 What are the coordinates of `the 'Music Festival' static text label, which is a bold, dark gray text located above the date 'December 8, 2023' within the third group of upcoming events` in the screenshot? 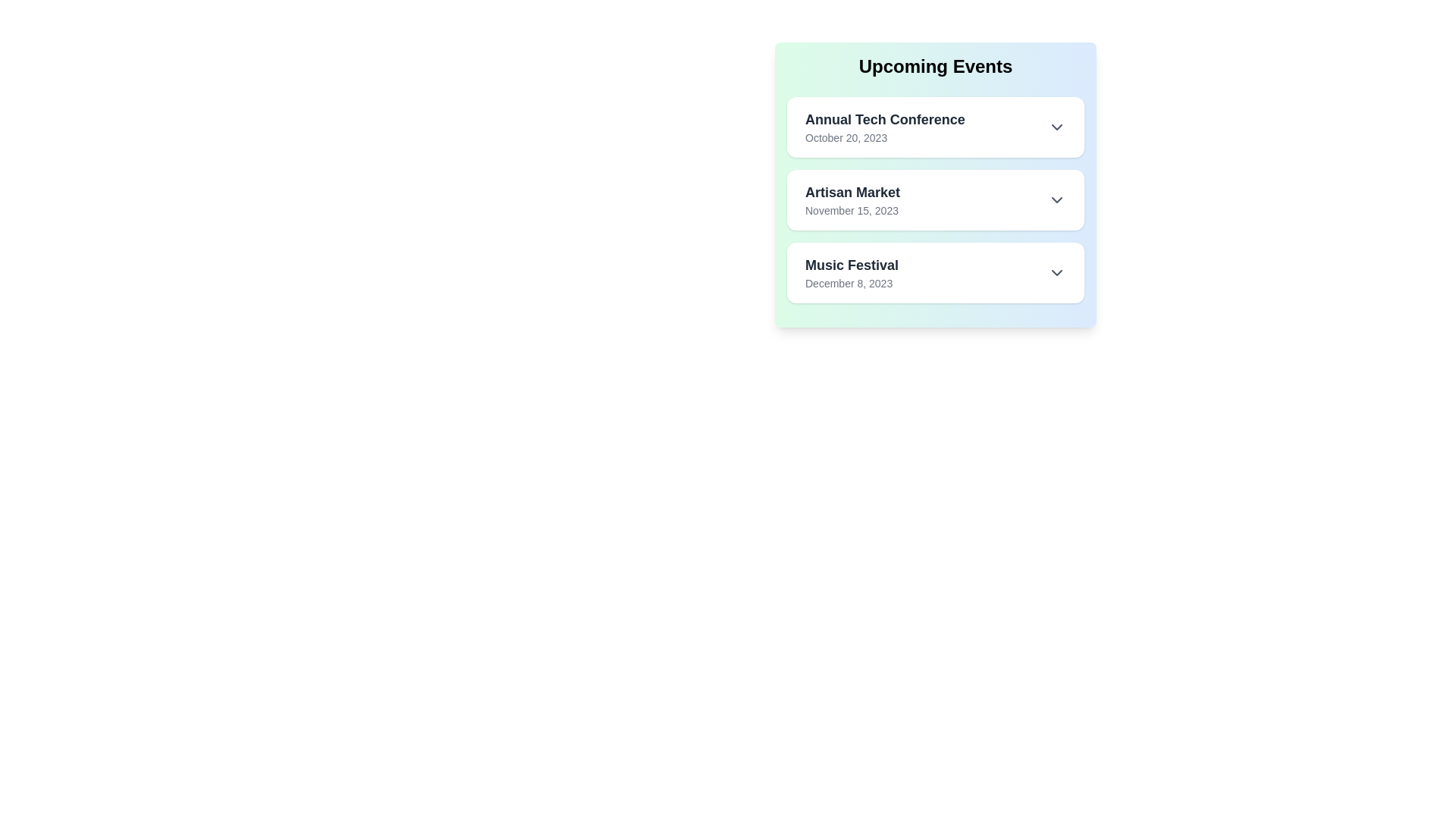 It's located at (852, 265).